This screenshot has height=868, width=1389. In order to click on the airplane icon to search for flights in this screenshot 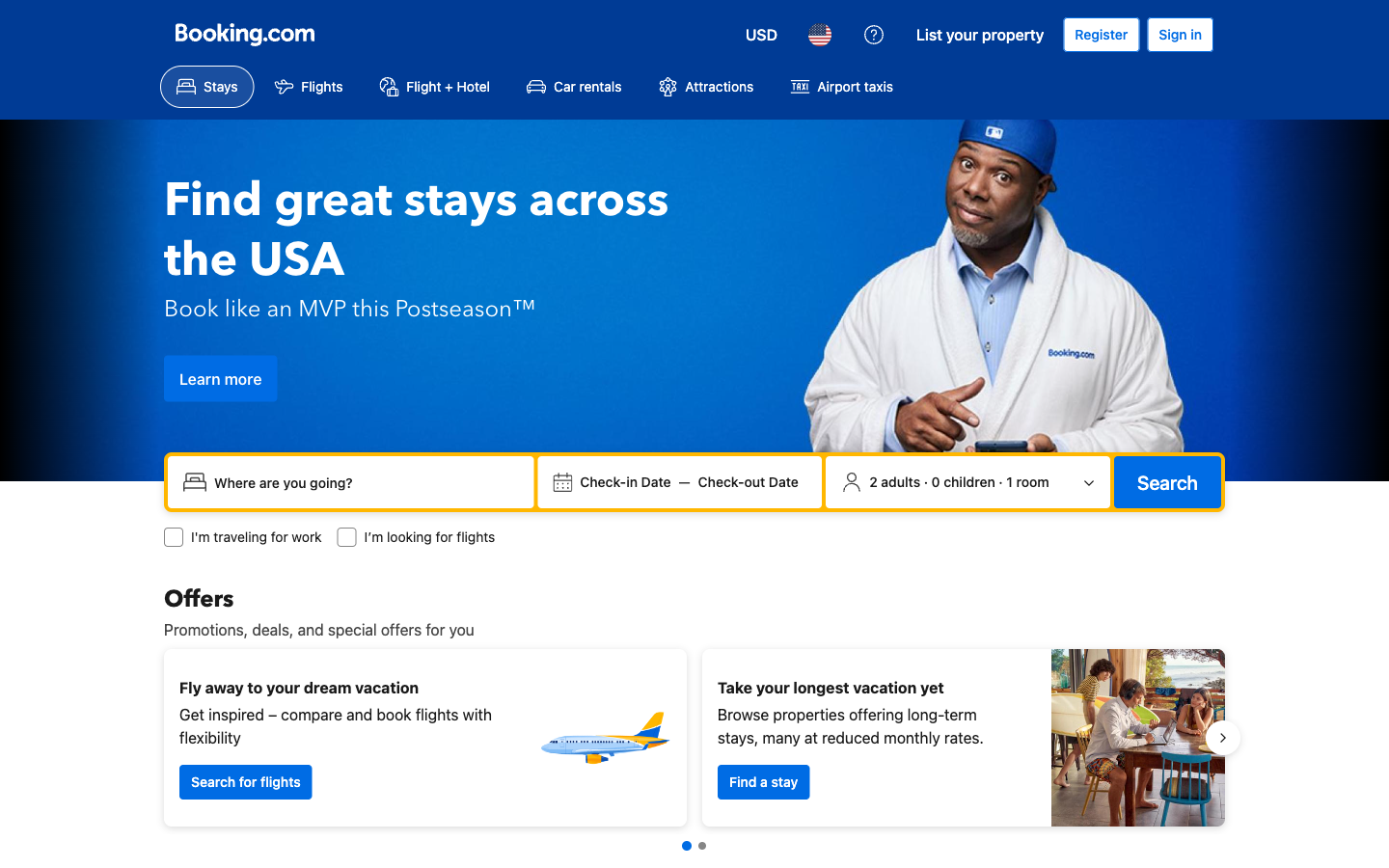, I will do `click(308, 86)`.